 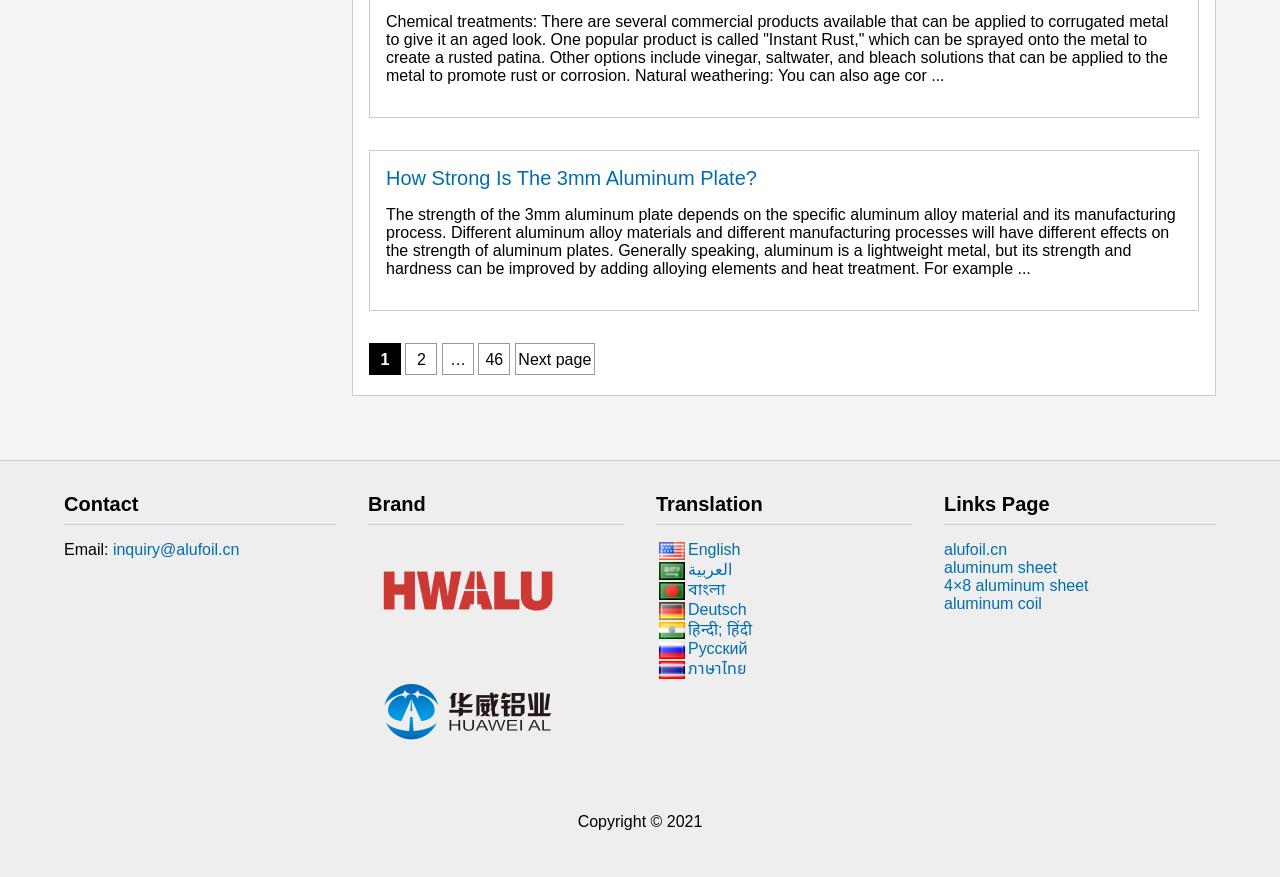 What do you see at coordinates (386, 240) in the screenshot?
I see `'The strength of the 3mm aluminum plate depends on the specific aluminum alloy material and its manufacturing process. Different aluminum alloy materials and different manufacturing processes will have different effects on the strength of aluminum plates. Generally speaking, aluminum is a lightweight metal, but its strength and hardness can be improved by adding alloying elements and heat treatment. For example ...'` at bounding box center [386, 240].